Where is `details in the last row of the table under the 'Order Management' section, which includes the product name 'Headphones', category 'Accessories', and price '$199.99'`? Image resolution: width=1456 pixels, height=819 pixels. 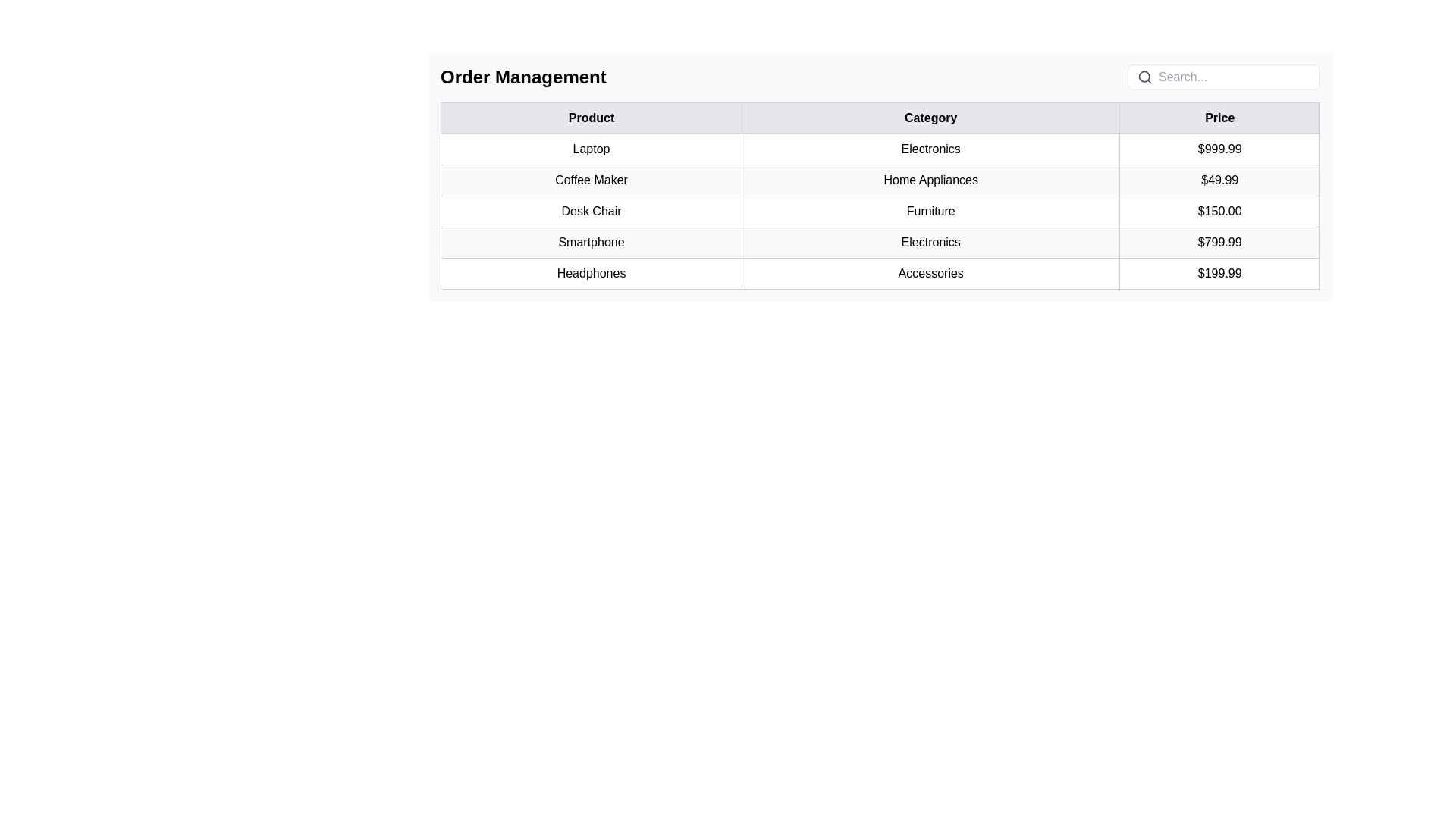 details in the last row of the table under the 'Order Management' section, which includes the product name 'Headphones', category 'Accessories', and price '$199.99' is located at coordinates (880, 274).